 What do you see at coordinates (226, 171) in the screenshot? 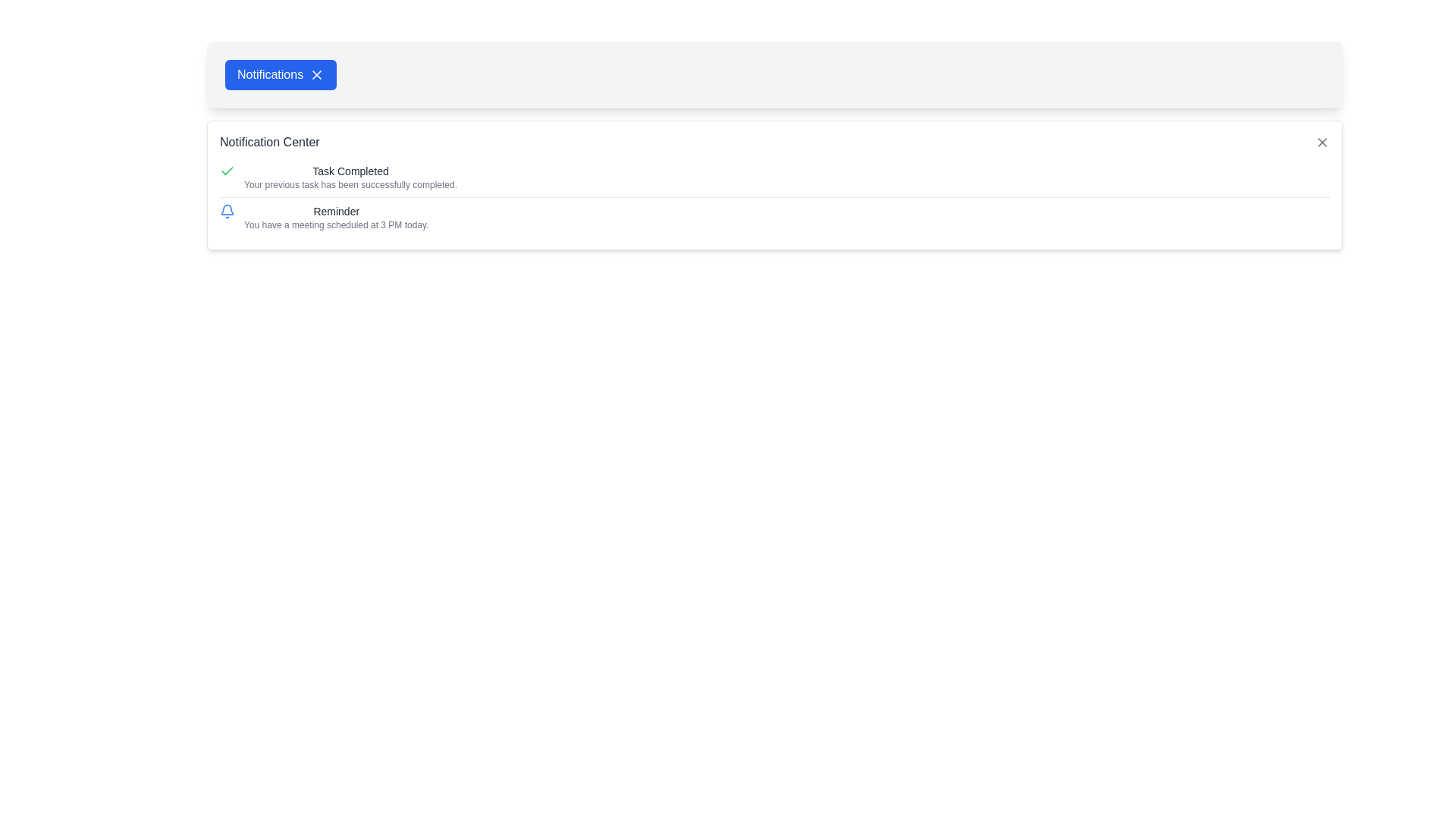
I see `the green checkmark icon located to the left of the text 'Task Completed' within the notification card` at bounding box center [226, 171].